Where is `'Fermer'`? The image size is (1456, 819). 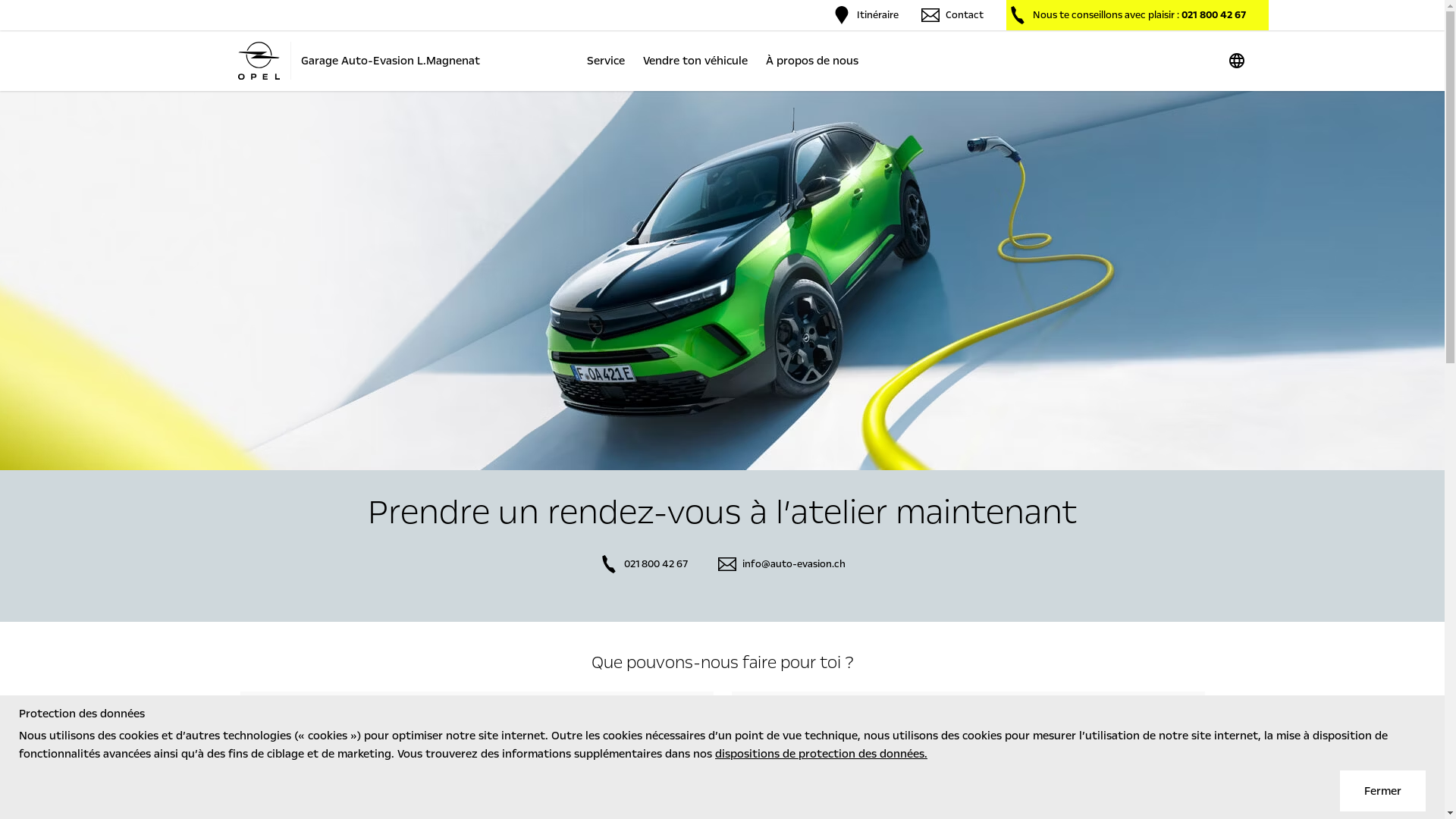 'Fermer' is located at coordinates (1382, 789).